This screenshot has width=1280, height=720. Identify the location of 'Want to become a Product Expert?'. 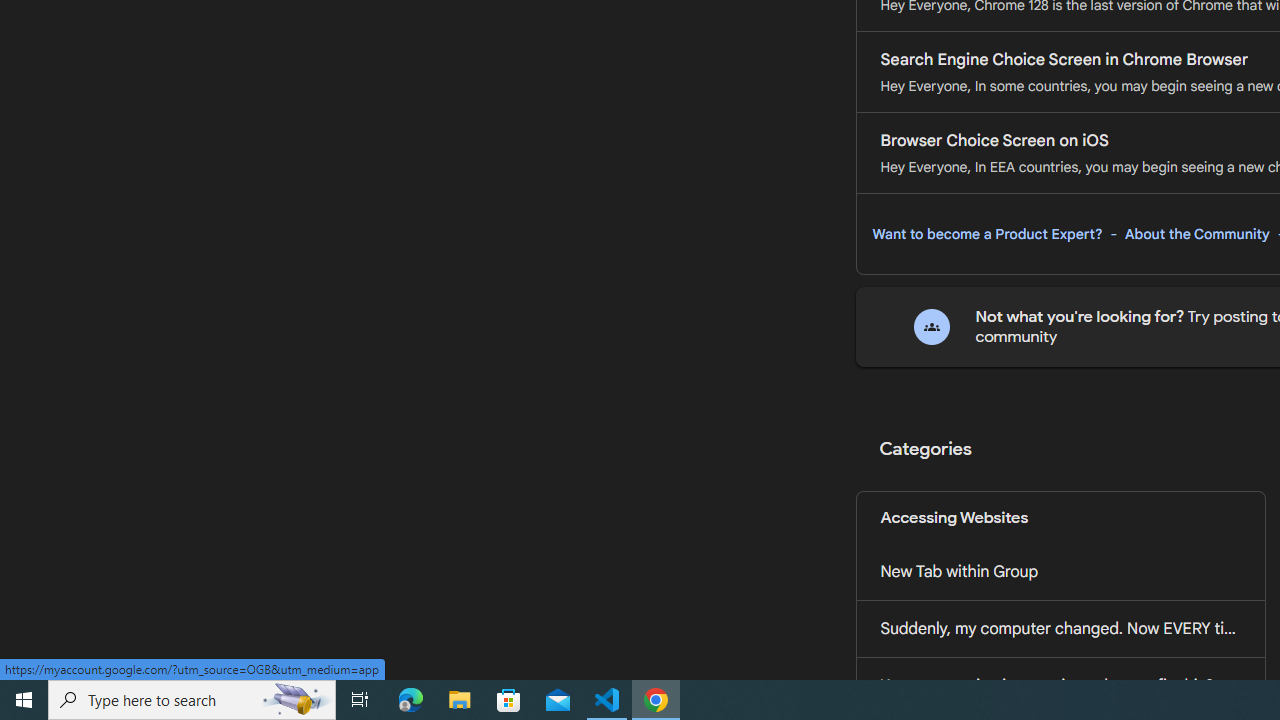
(987, 233).